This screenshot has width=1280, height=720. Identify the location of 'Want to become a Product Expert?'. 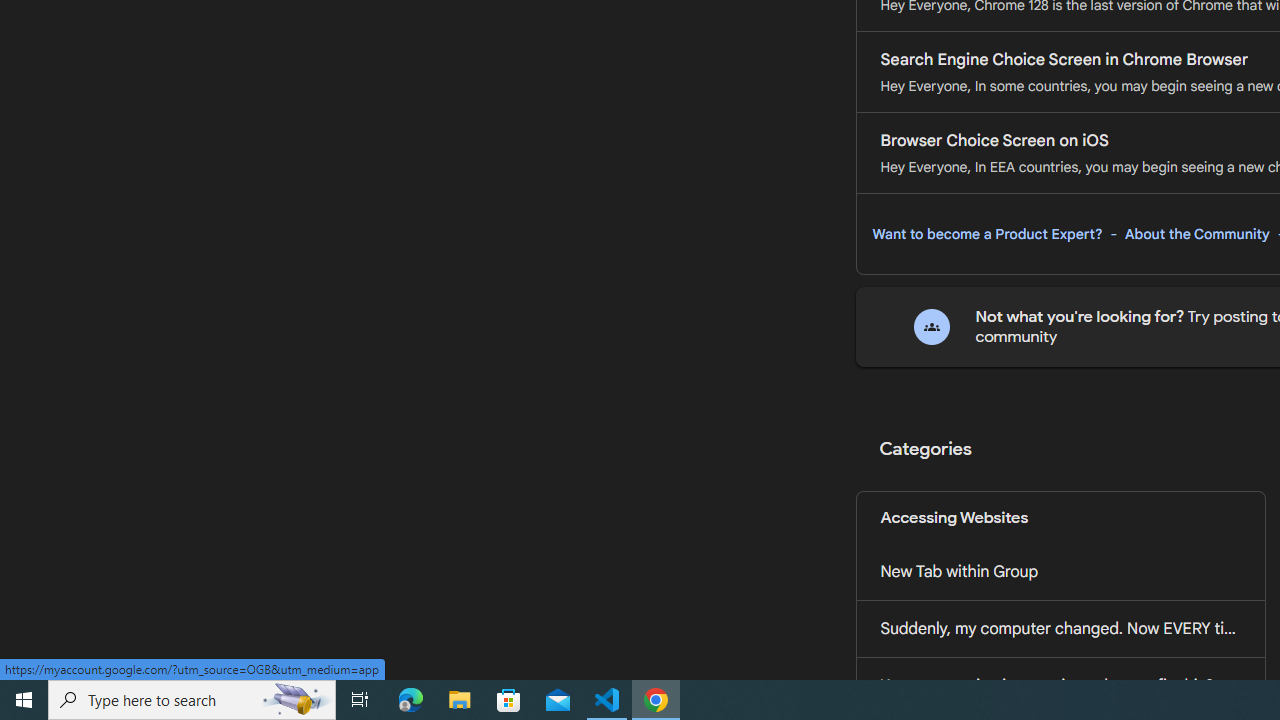
(987, 233).